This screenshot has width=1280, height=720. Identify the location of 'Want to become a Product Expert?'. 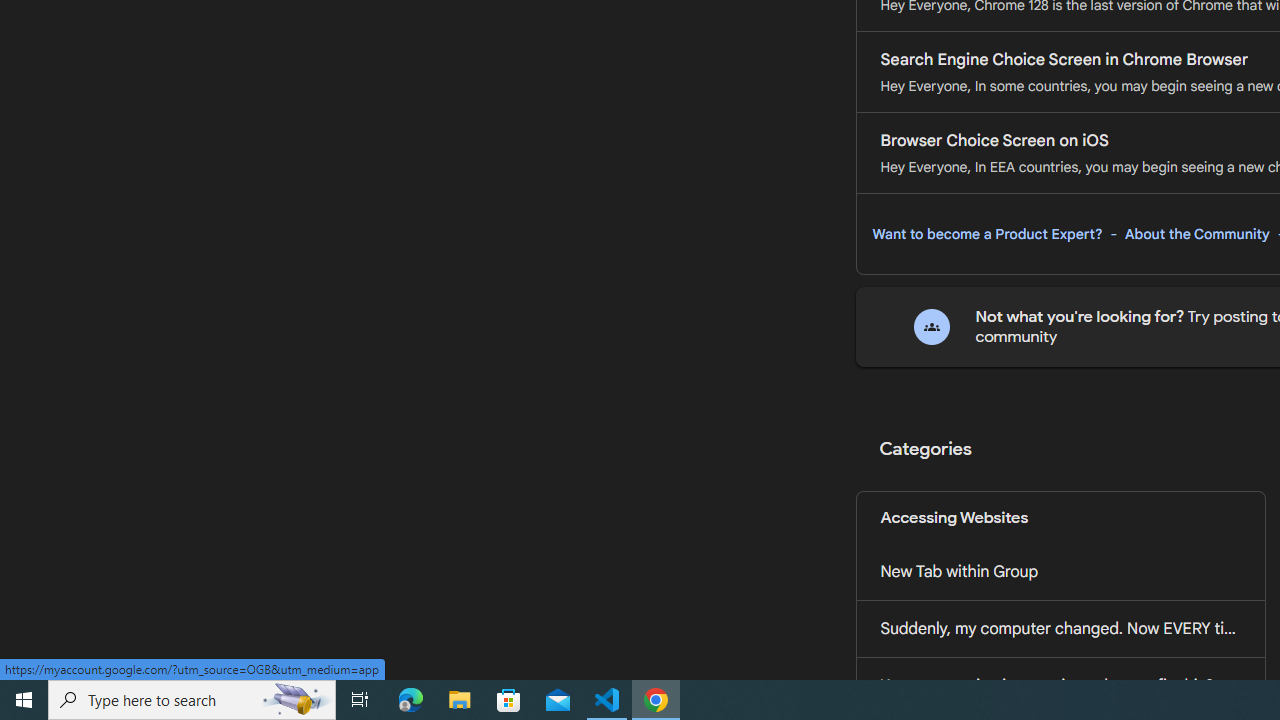
(987, 233).